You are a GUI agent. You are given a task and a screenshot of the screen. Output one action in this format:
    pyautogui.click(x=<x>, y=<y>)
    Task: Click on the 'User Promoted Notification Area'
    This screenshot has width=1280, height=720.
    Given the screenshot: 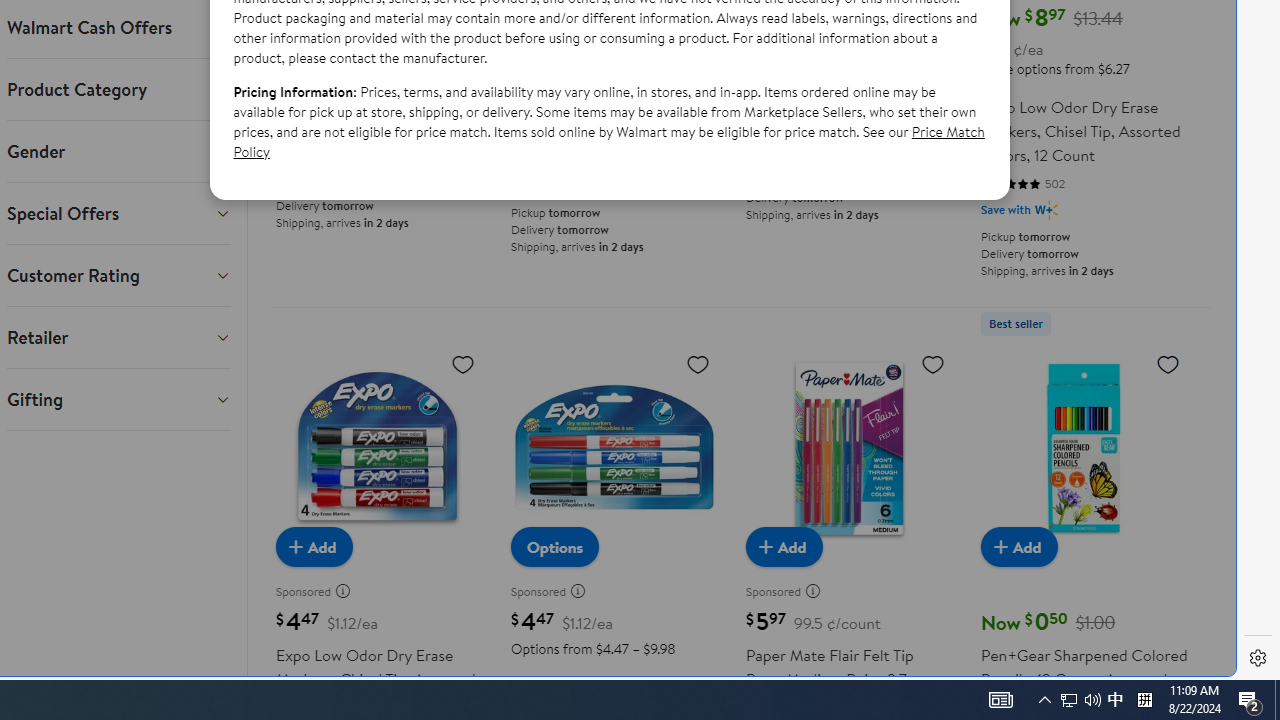 What is the action you would take?
    pyautogui.click(x=1092, y=698)
    